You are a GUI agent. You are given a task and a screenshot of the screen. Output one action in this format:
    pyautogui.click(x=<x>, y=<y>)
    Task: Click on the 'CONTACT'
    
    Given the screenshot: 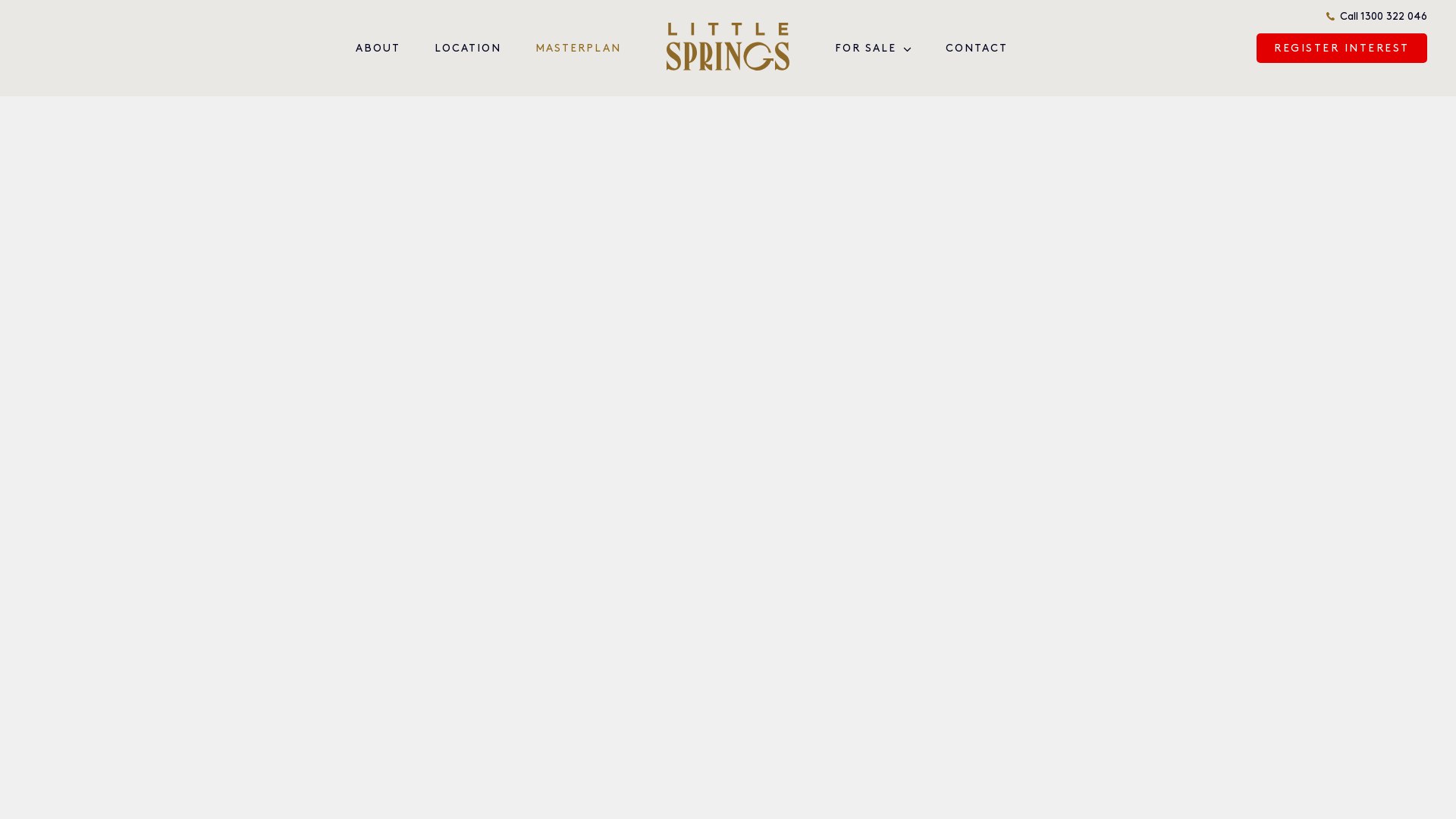 What is the action you would take?
    pyautogui.click(x=976, y=48)
    